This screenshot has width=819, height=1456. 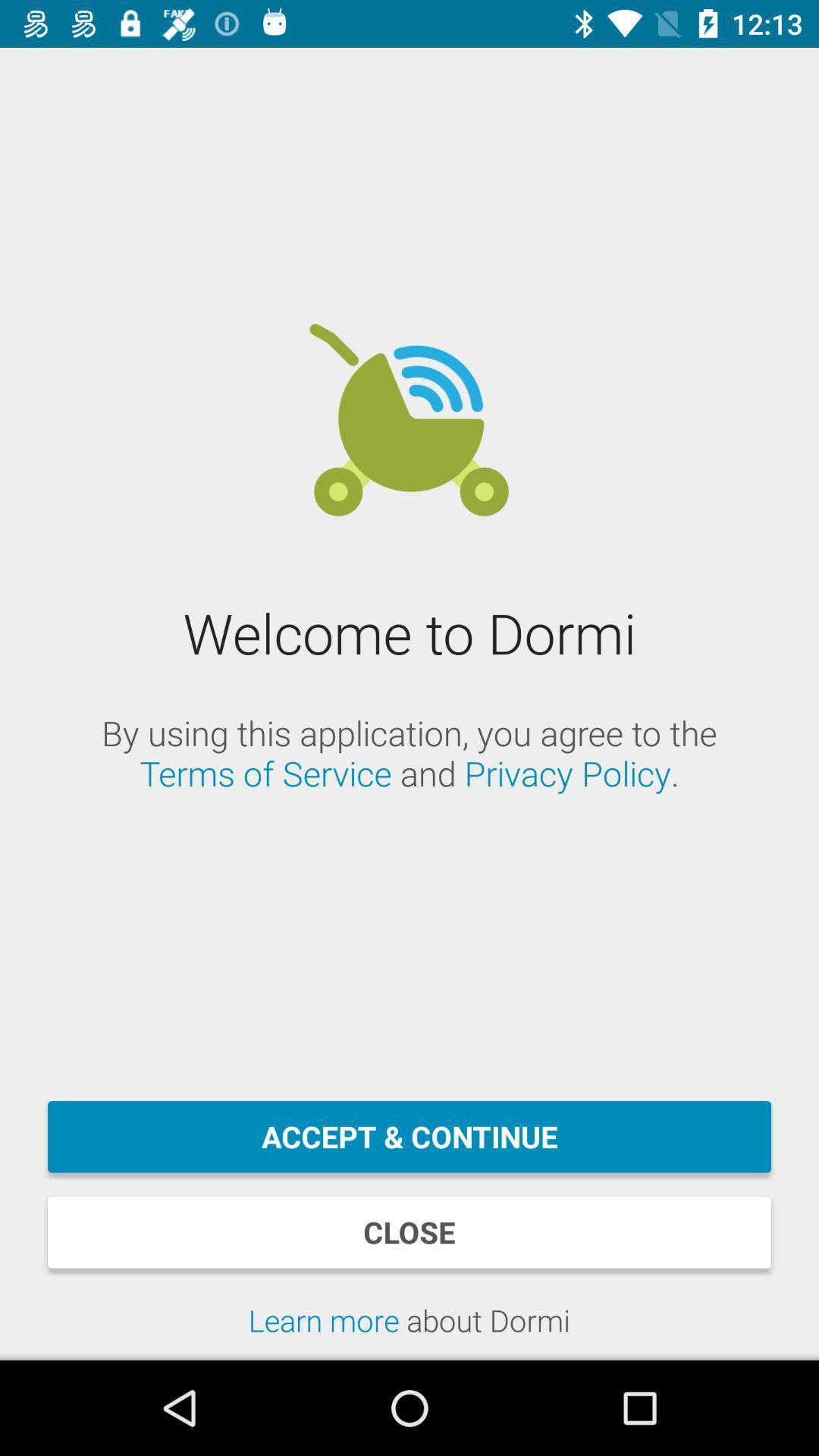 I want to click on the item below by using this icon, so click(x=409, y=1137).